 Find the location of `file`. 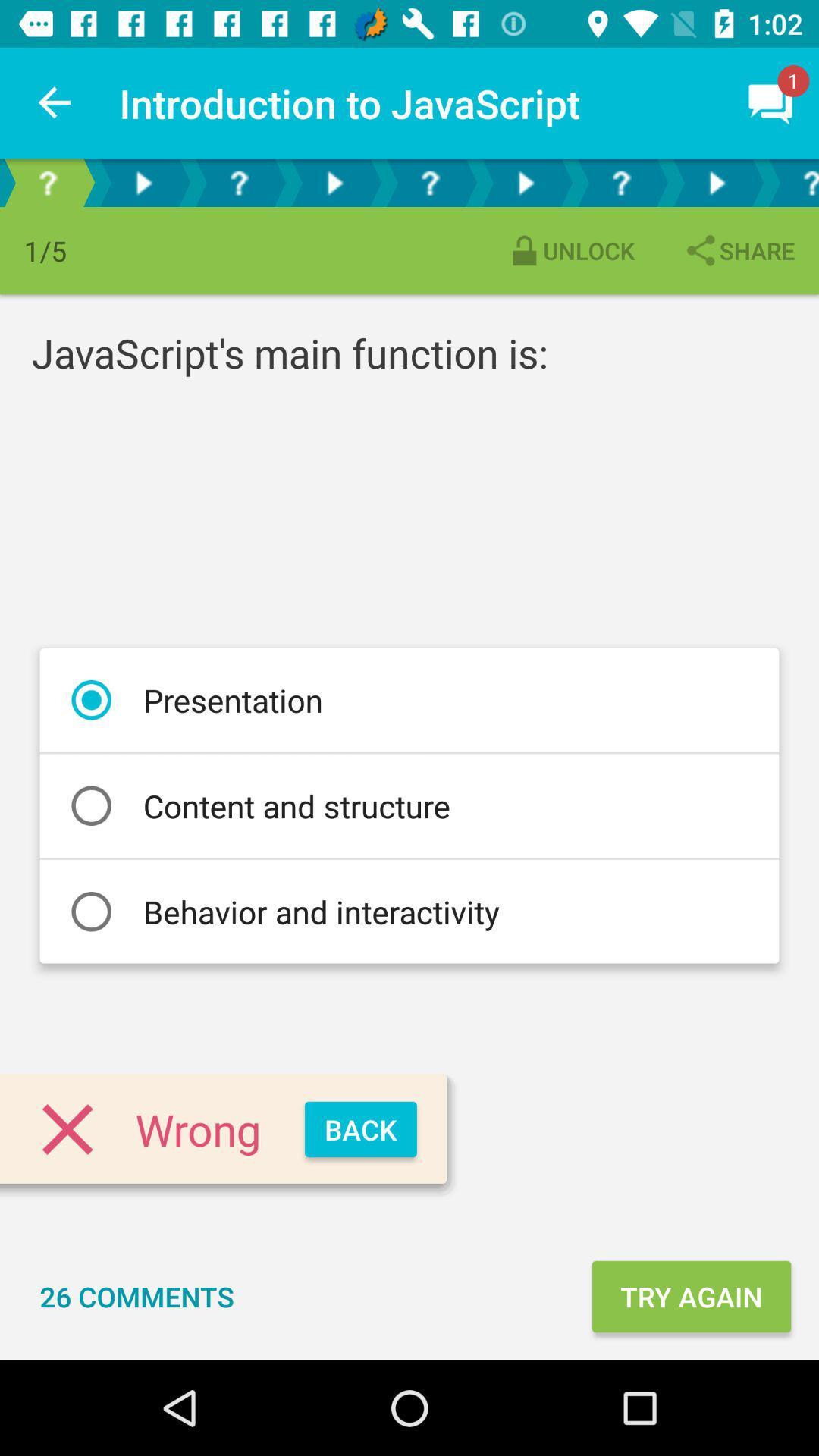

file is located at coordinates (525, 182).